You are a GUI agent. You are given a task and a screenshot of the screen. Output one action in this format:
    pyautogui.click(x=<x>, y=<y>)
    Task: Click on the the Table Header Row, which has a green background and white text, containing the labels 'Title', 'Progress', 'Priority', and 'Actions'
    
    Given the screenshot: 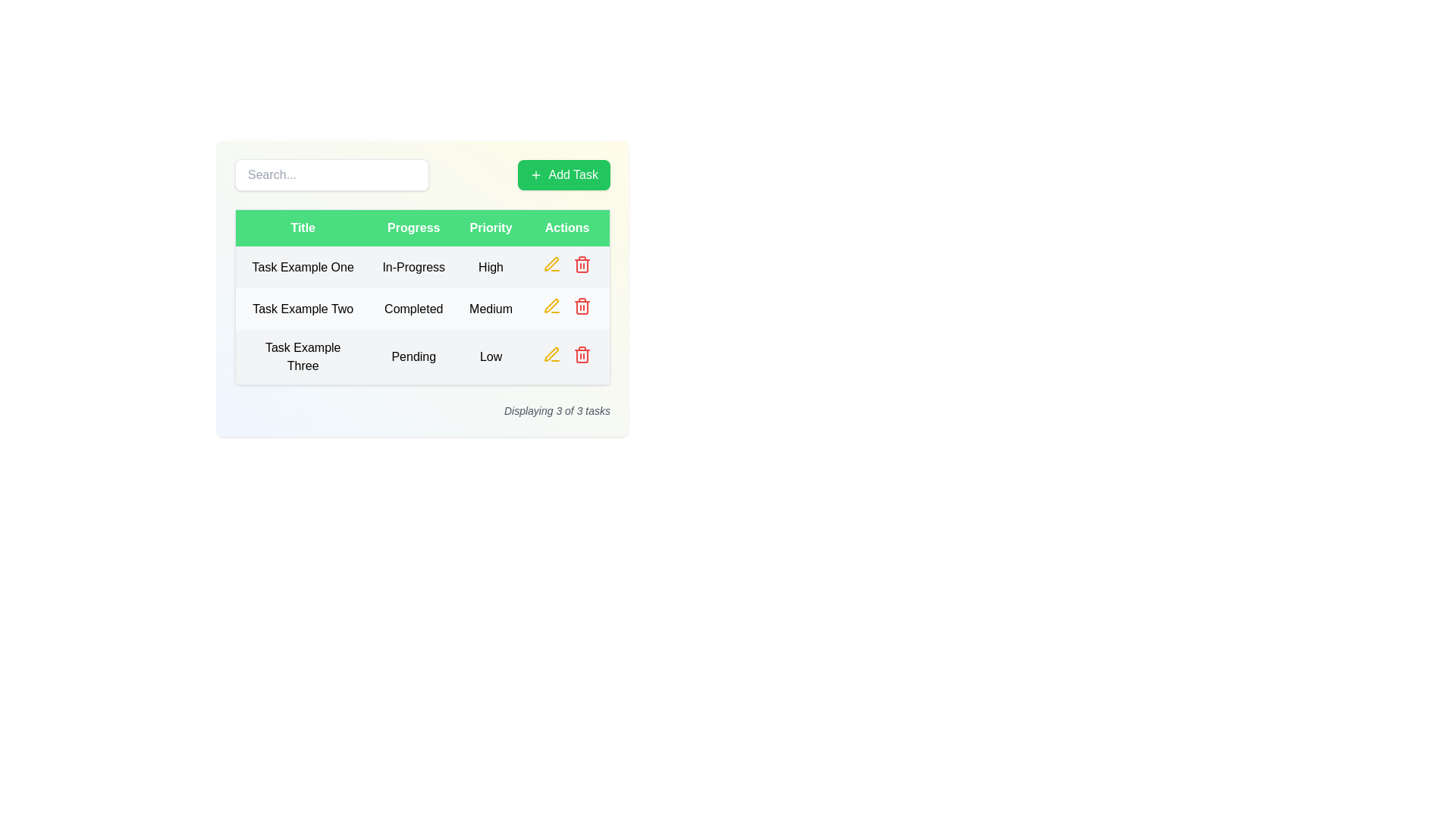 What is the action you would take?
    pyautogui.click(x=422, y=227)
    